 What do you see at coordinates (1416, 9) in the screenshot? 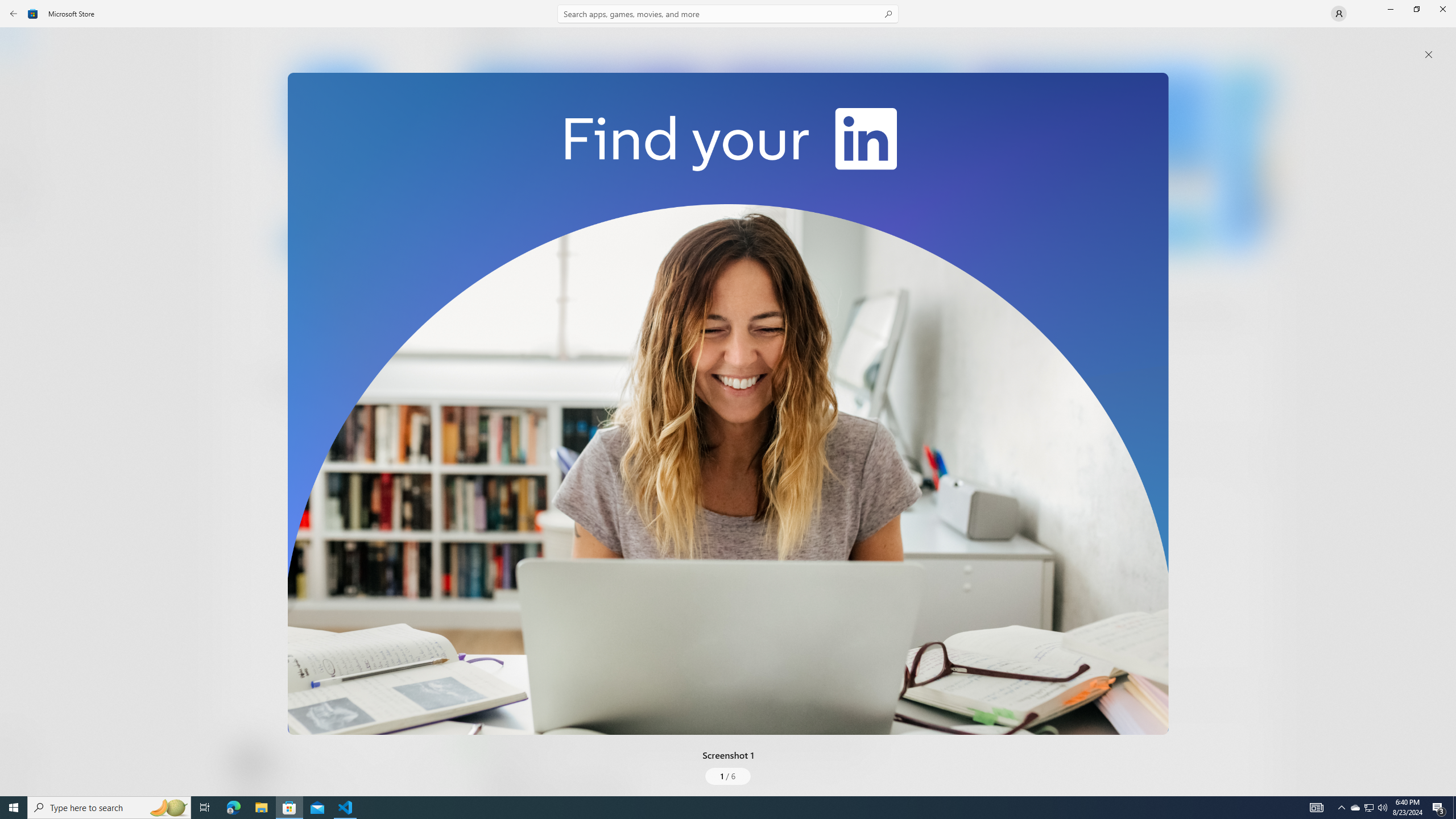
I see `'Restore Microsoft Store'` at bounding box center [1416, 9].